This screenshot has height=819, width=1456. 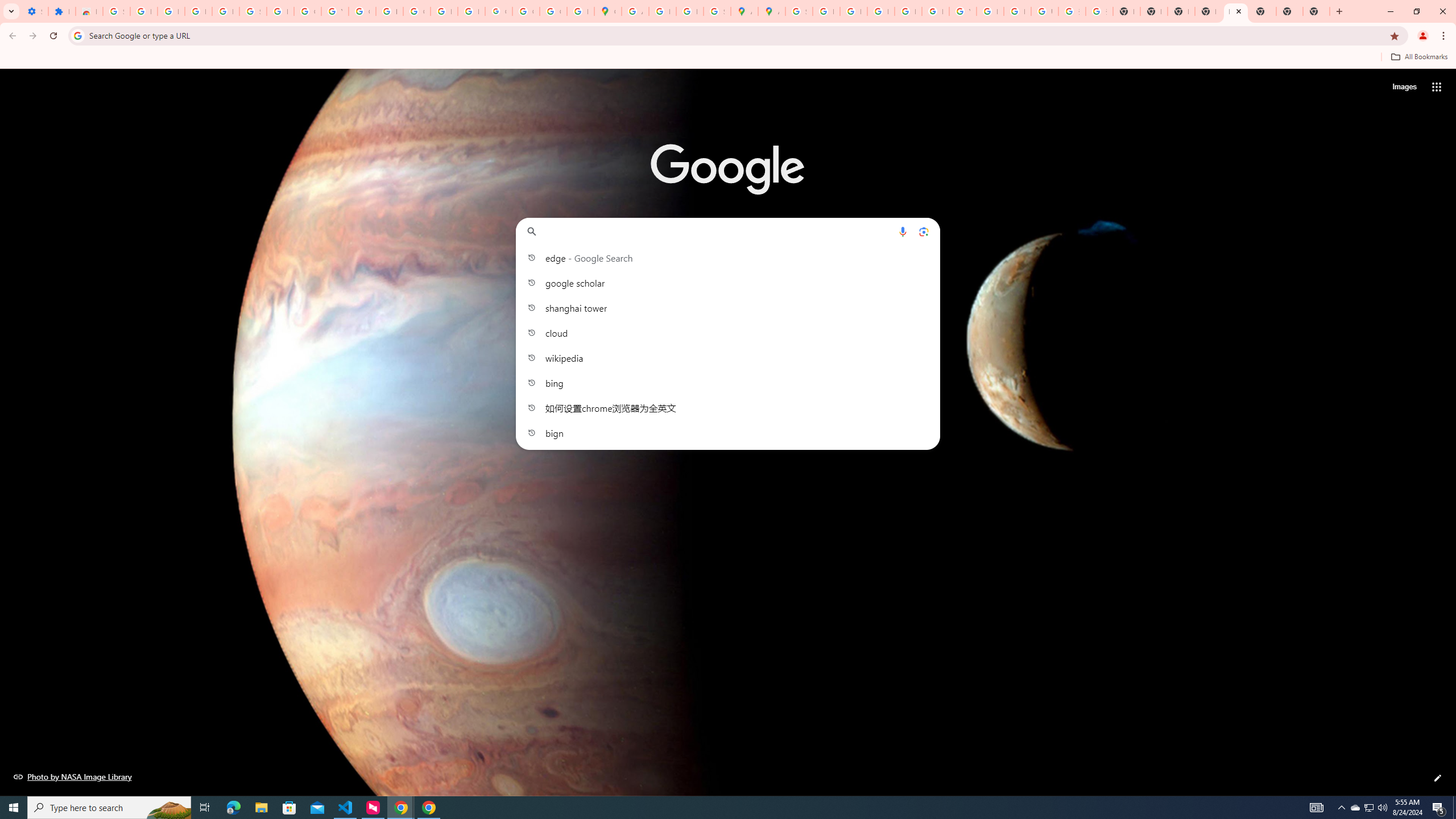 I want to click on 'Delete photos & videos - Computer - Google Photos Help', so click(x=170, y=11).